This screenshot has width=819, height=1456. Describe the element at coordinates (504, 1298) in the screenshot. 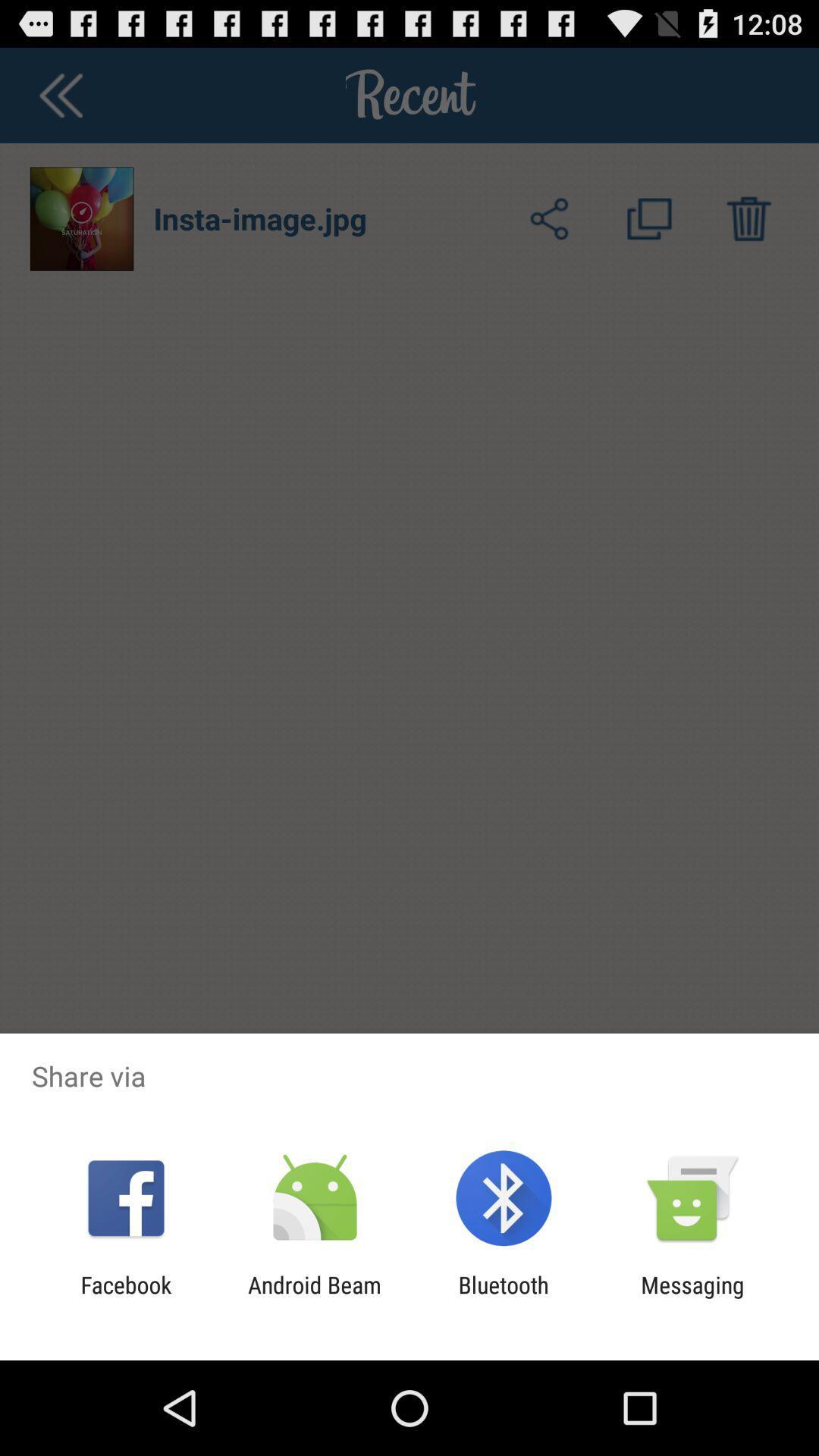

I see `the bluetooth icon` at that location.